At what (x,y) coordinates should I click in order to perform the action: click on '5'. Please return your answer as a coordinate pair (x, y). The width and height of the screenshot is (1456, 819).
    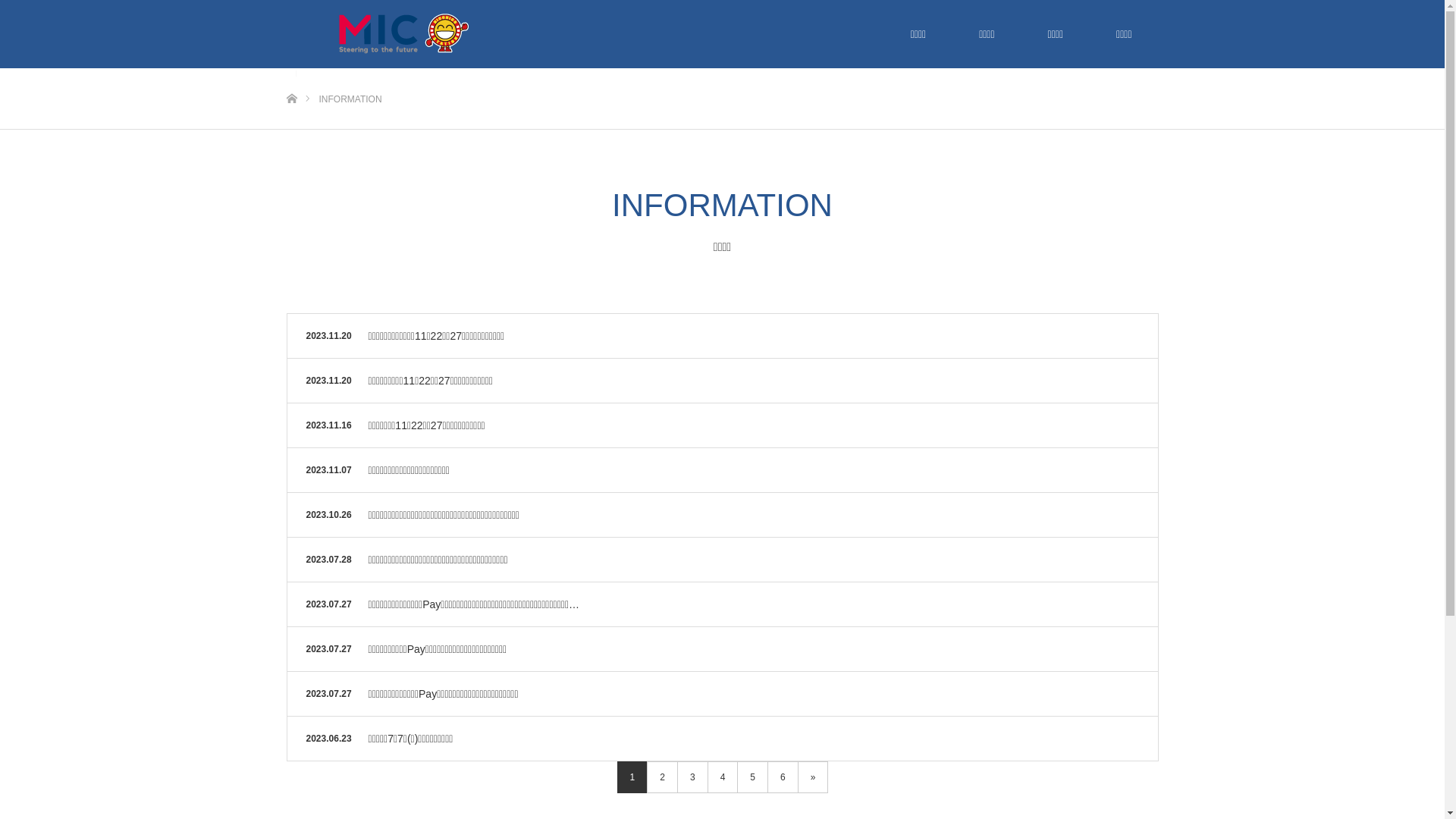
    Looking at the image, I should click on (736, 777).